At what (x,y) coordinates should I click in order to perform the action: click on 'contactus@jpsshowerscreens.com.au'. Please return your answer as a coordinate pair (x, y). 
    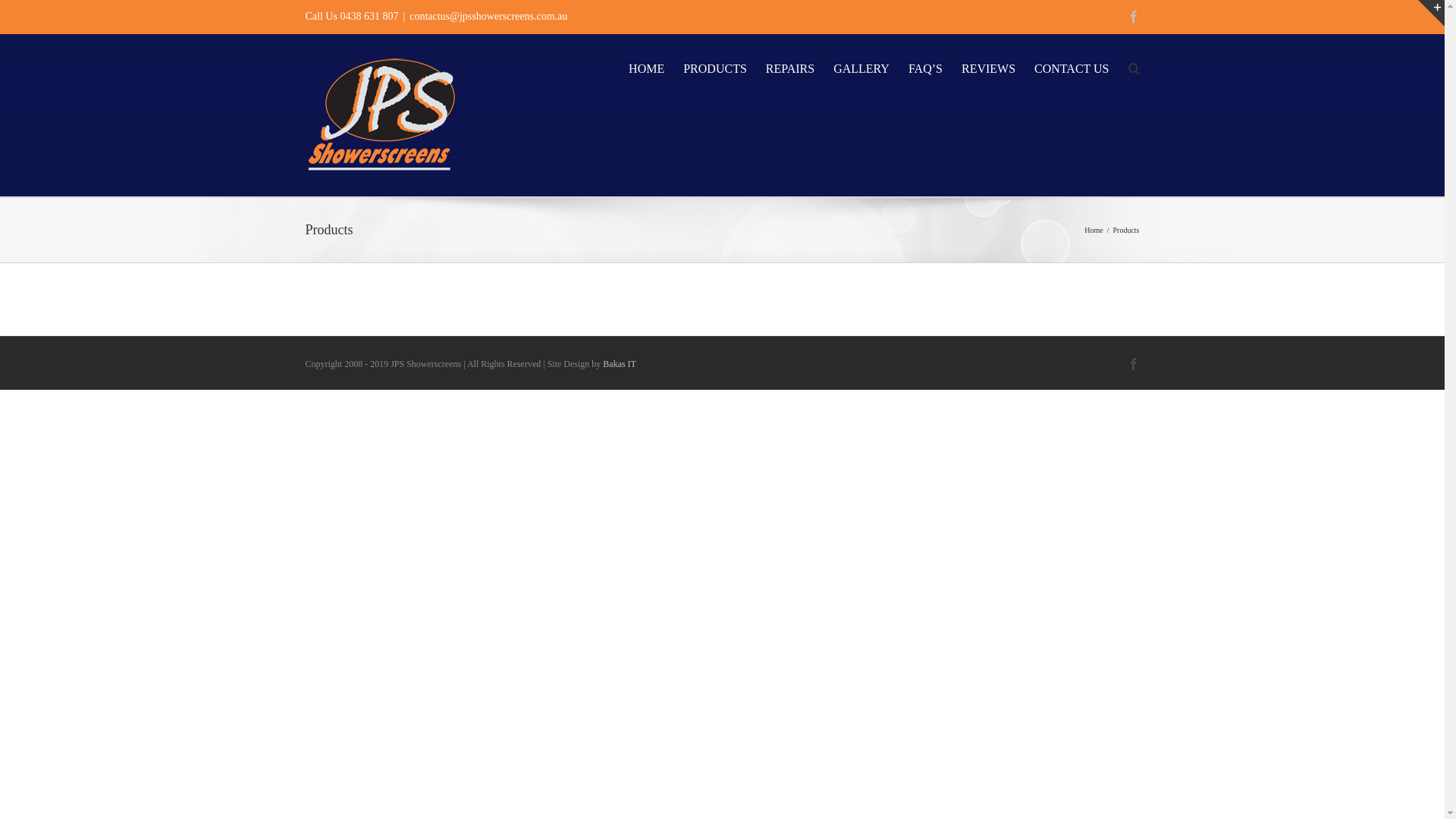
    Looking at the image, I should click on (488, 16).